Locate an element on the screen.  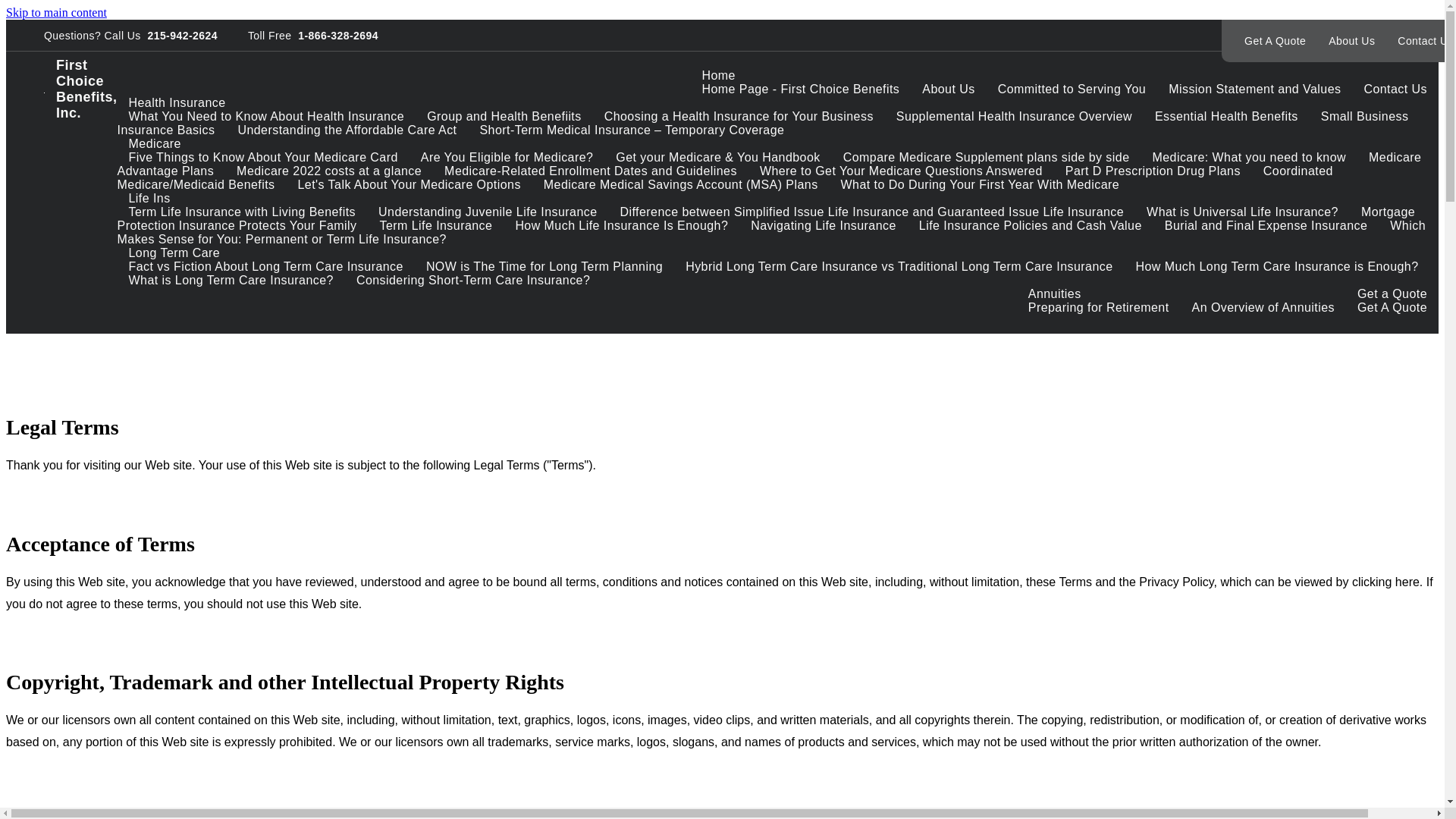
'About Us' is located at coordinates (1316, 40).